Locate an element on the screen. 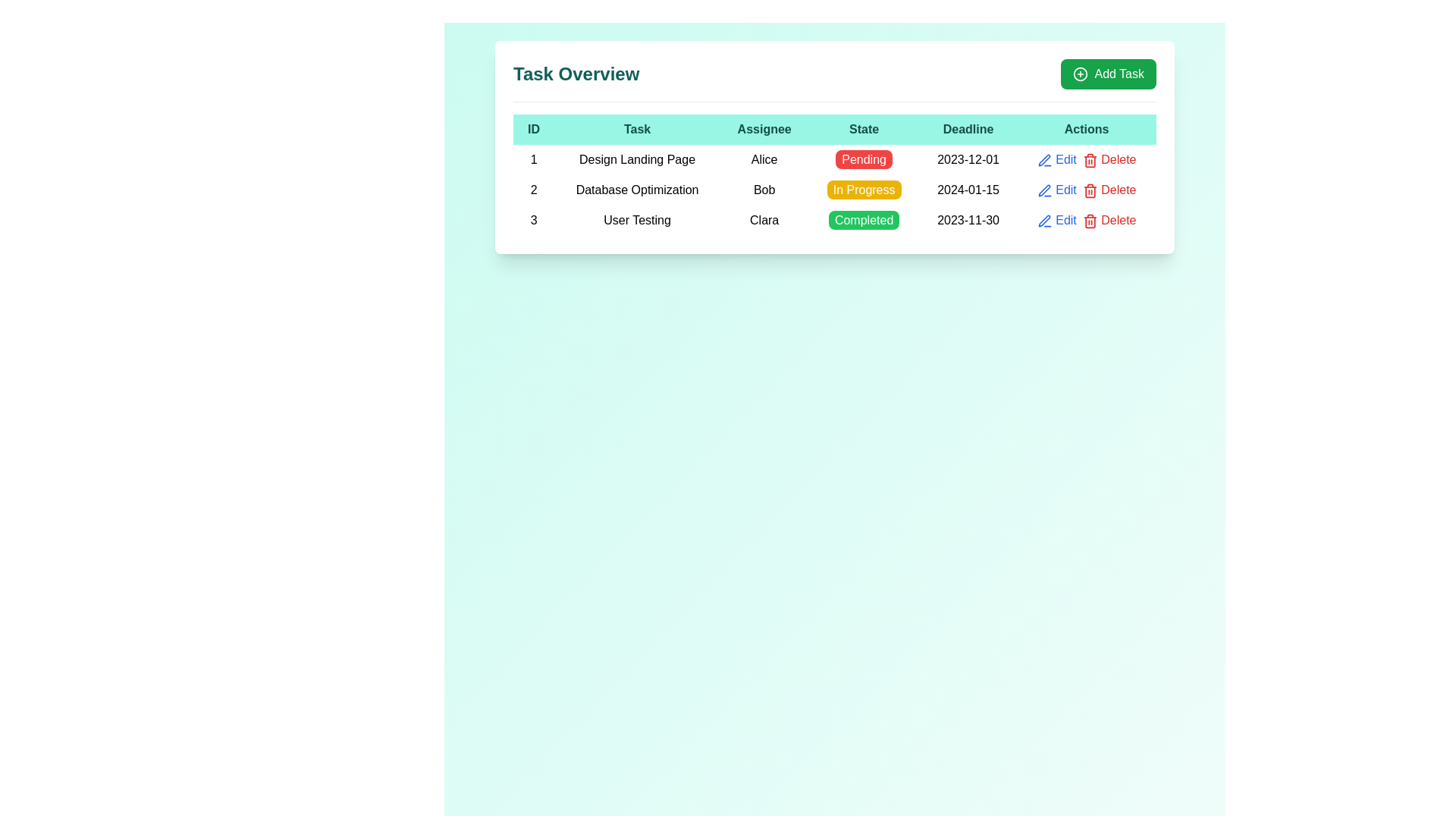  the add task icon located to the left of the 'Add Task' text within the green button at the top-right corner of the interface is located at coordinates (1080, 74).